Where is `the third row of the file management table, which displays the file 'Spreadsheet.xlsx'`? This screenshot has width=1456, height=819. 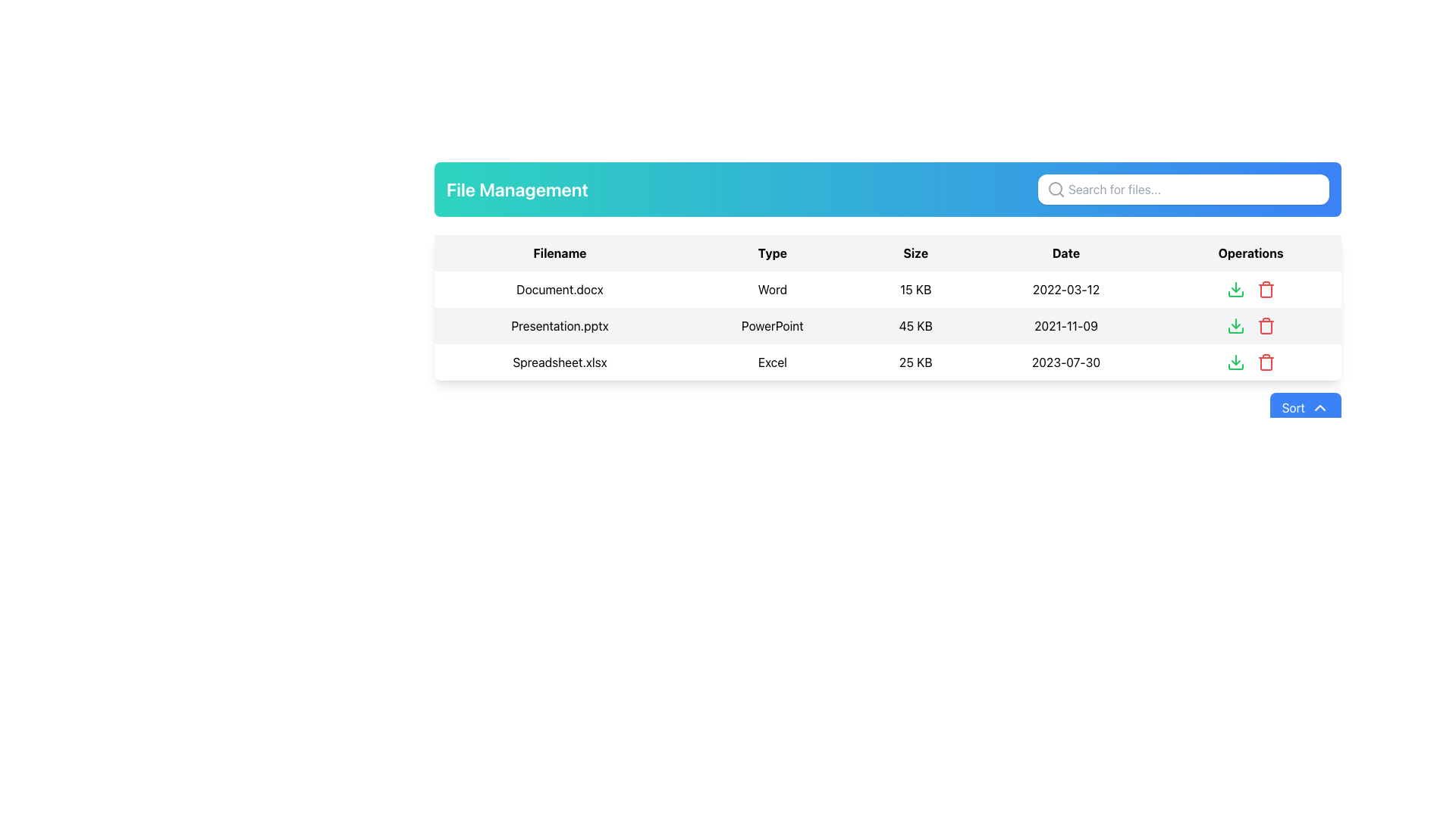
the third row of the file management table, which displays the file 'Spreadsheet.xlsx' is located at coordinates (888, 362).